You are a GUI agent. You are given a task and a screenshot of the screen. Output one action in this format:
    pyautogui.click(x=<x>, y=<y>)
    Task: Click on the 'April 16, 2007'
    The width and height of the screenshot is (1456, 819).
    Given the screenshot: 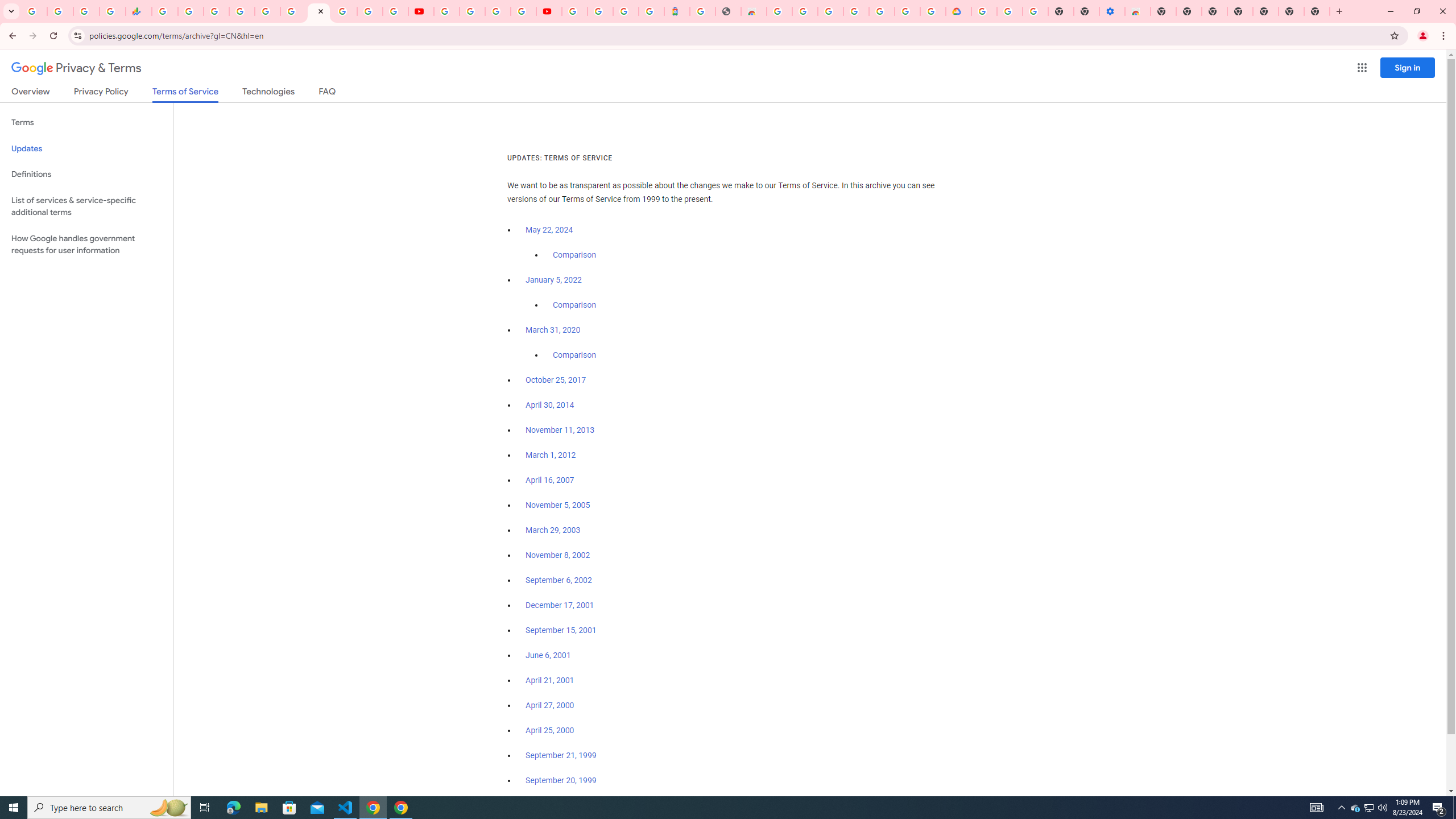 What is the action you would take?
    pyautogui.click(x=549, y=481)
    